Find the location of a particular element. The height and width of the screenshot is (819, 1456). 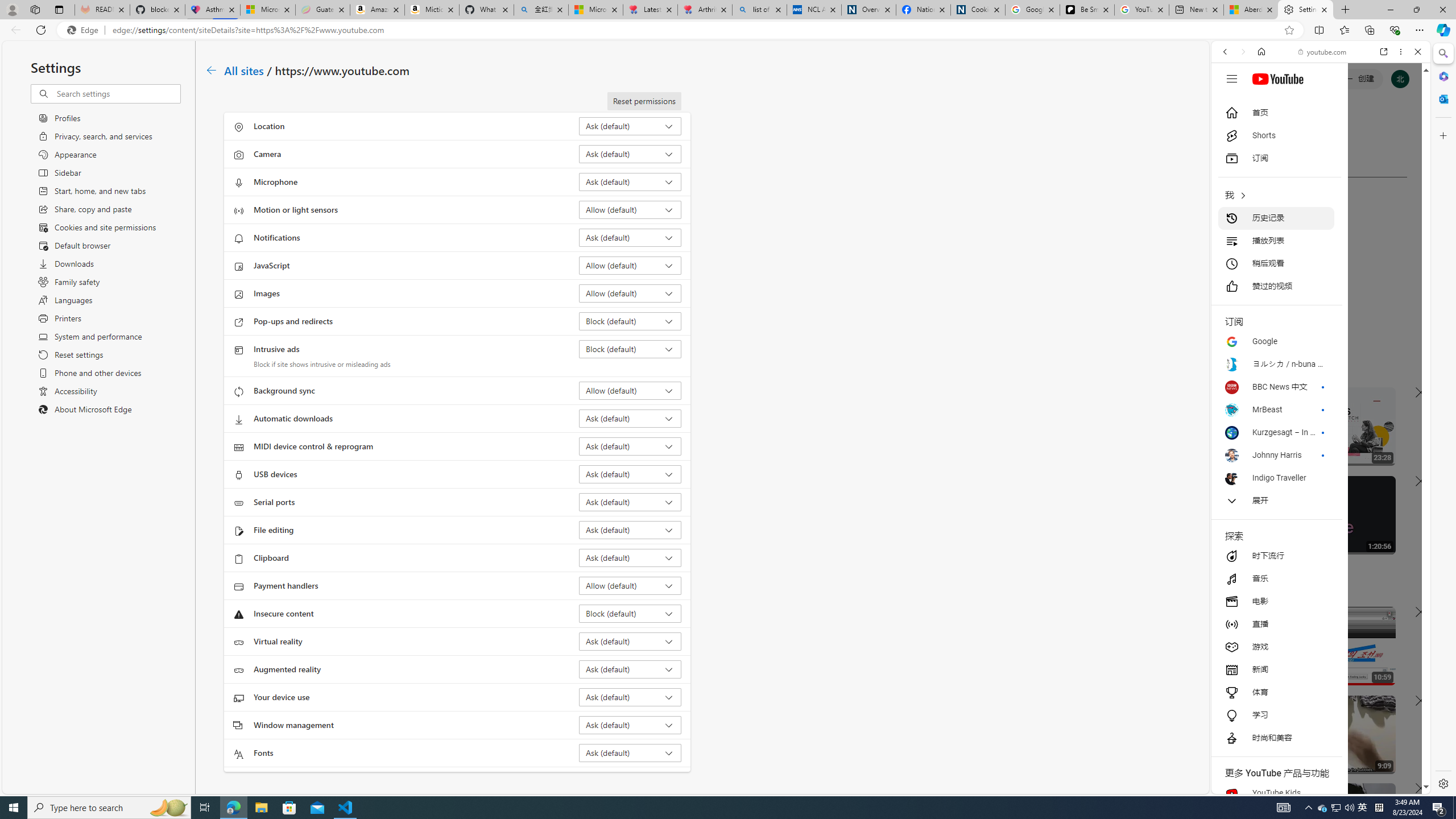

'Fonts Ask (default)' is located at coordinates (630, 753).